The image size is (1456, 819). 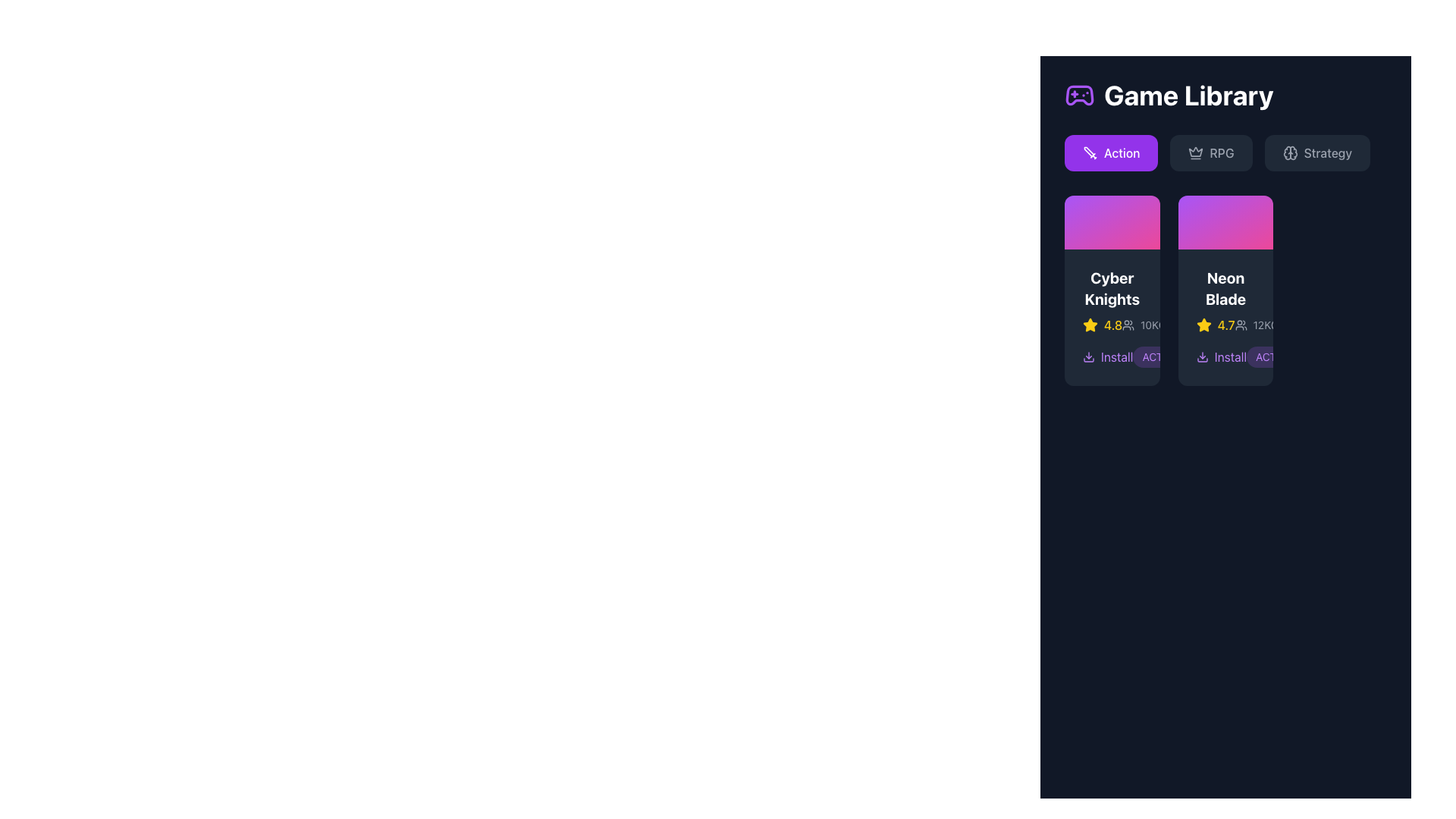 What do you see at coordinates (1225, 152) in the screenshot?
I see `the 'RPG' button in the menu bar which has a dark background, grey text, and a crown icon` at bounding box center [1225, 152].